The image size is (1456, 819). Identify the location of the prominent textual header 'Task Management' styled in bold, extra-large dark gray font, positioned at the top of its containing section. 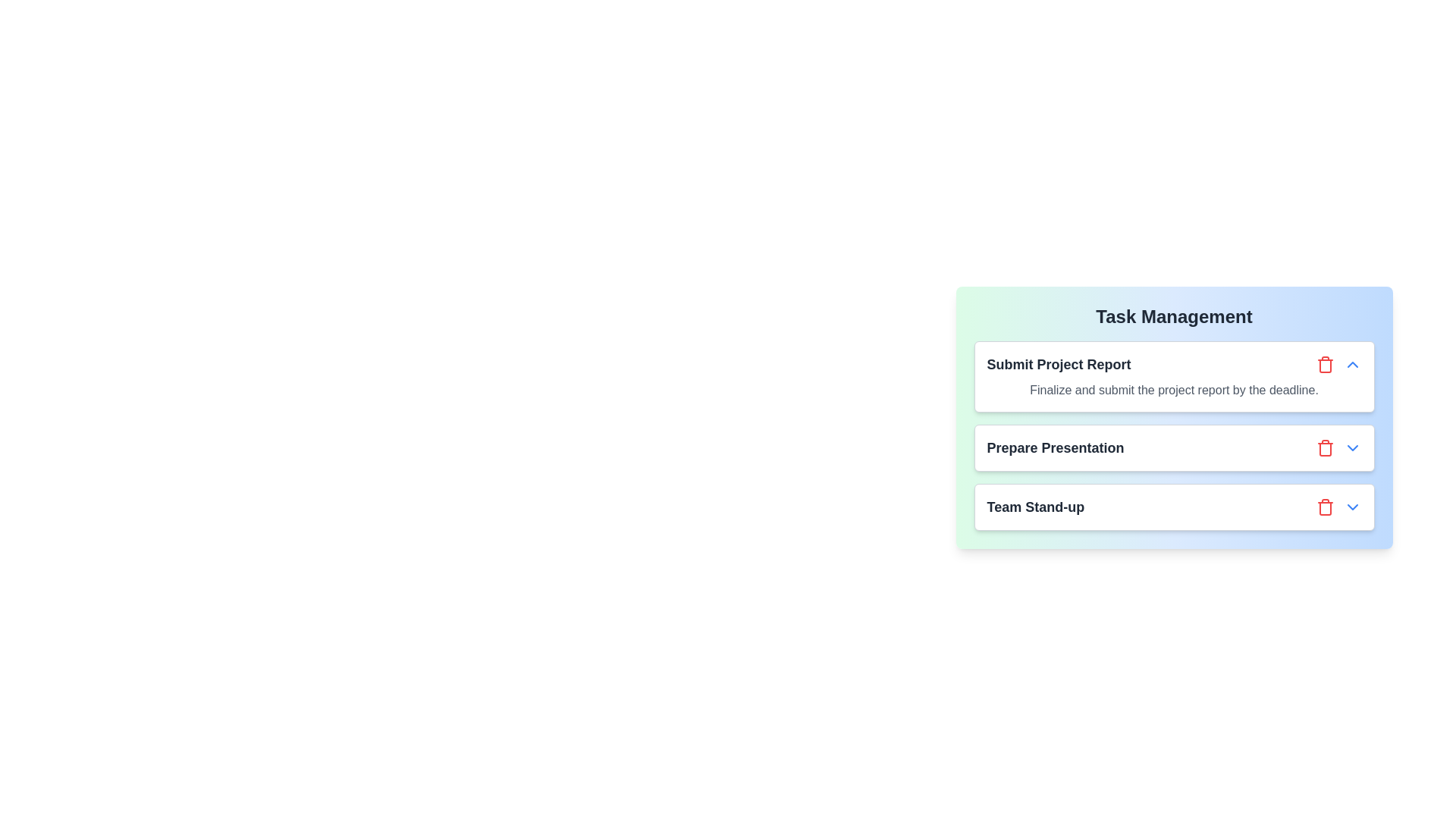
(1173, 315).